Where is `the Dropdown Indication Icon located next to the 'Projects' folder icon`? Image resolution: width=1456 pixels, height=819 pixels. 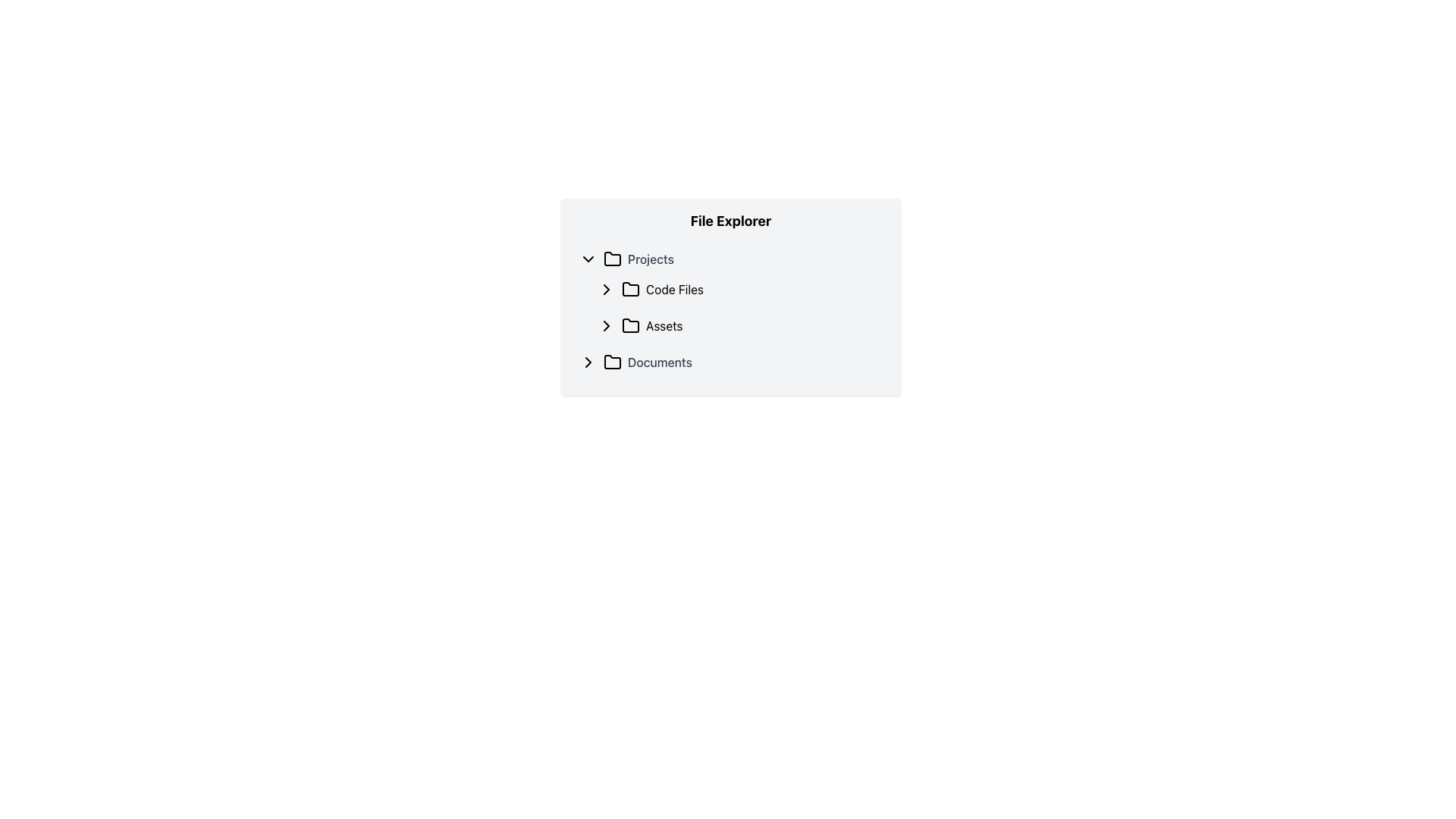 the Dropdown Indication Icon located next to the 'Projects' folder icon is located at coordinates (588, 259).